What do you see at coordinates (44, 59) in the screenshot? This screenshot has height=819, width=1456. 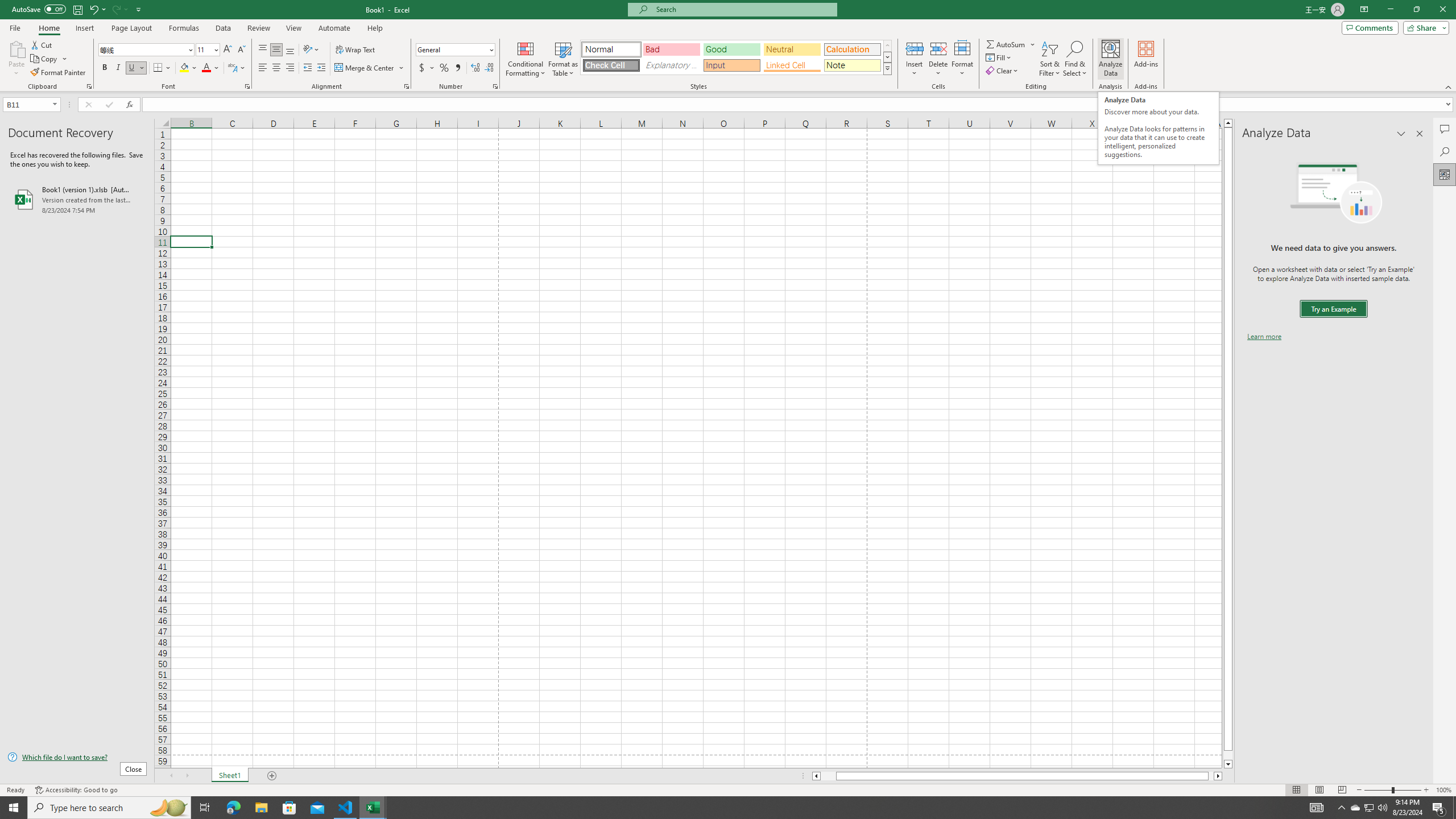 I see `'Copy'` at bounding box center [44, 59].